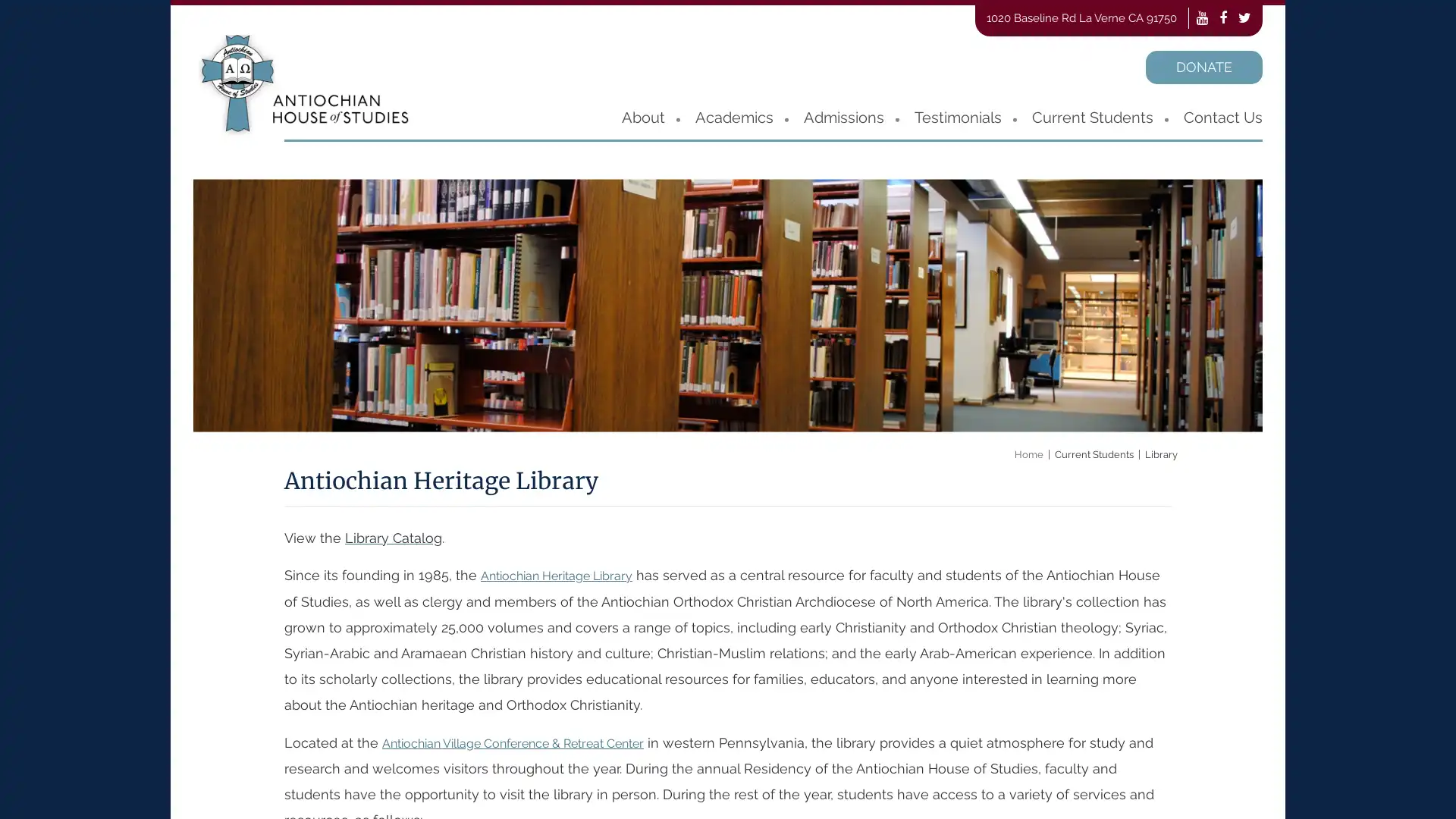  Describe the element at coordinates (1203, 66) in the screenshot. I see `DONATE` at that location.